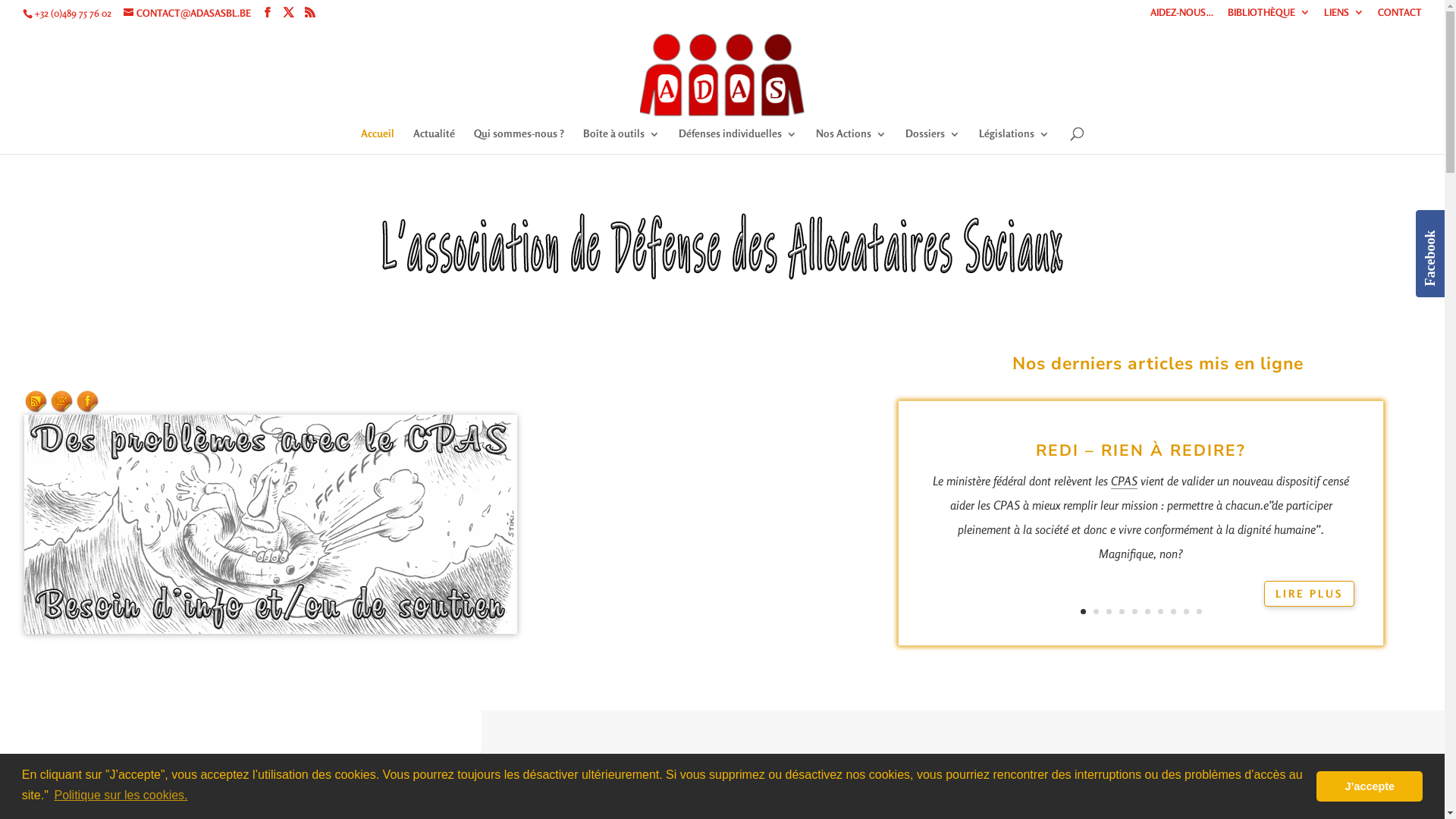 The width and height of the screenshot is (1456, 819). I want to click on 'Dossiers', so click(931, 140).